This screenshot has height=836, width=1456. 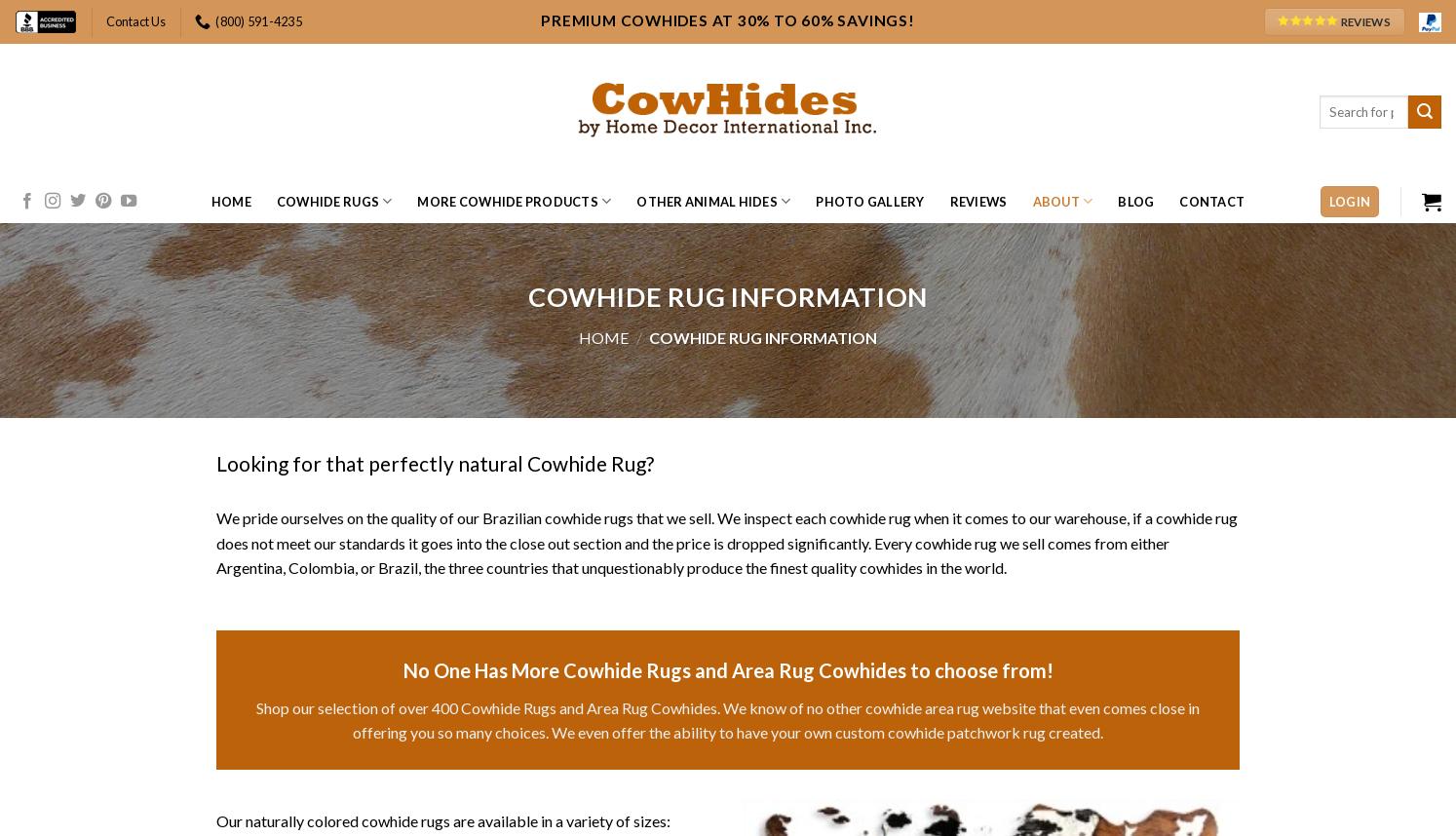 What do you see at coordinates (442, 819) in the screenshot?
I see `'Our naturally colored cowhide rugs are available in a variety of sizes:'` at bounding box center [442, 819].